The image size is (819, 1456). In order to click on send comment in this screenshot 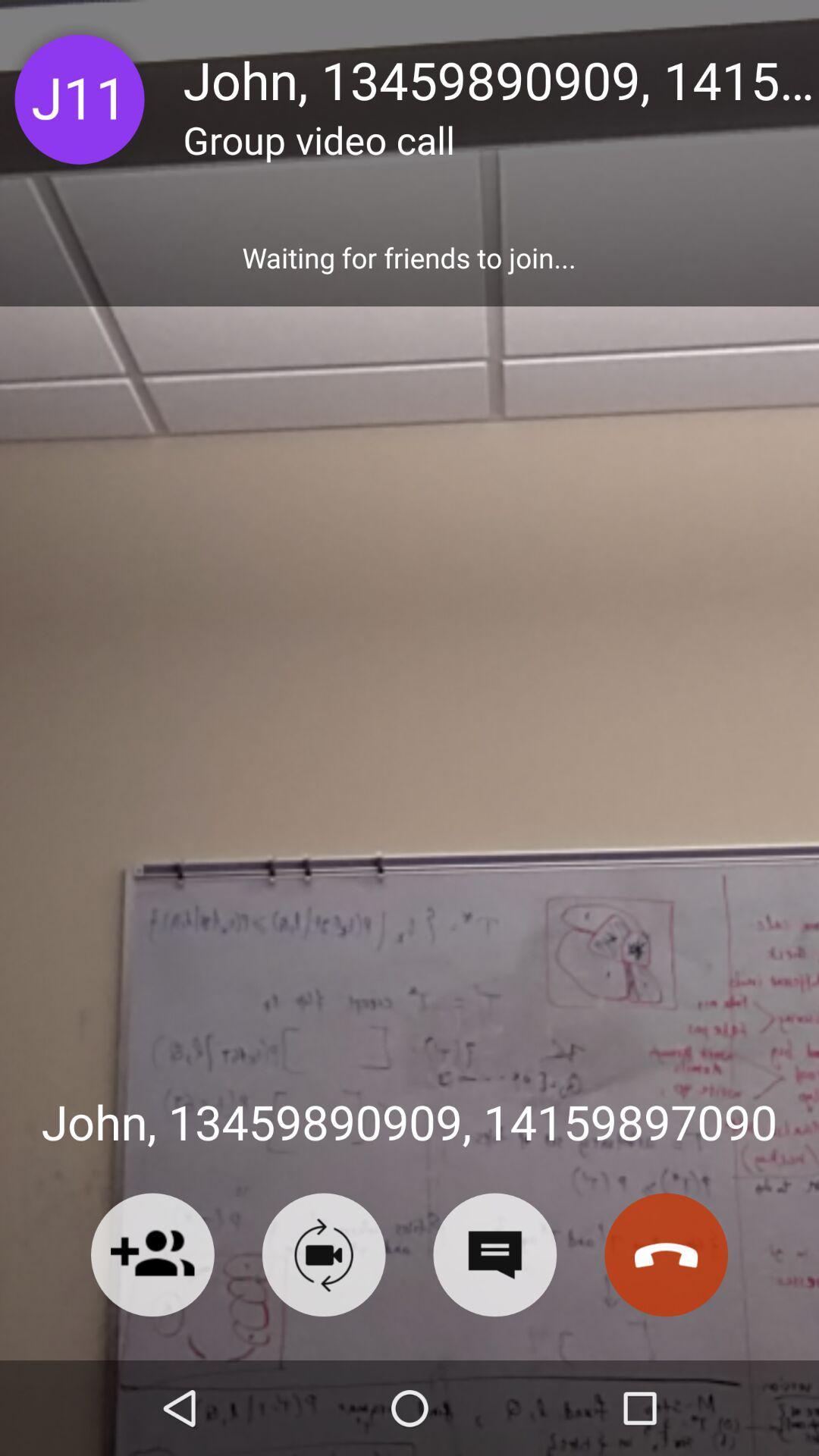, I will do `click(494, 1254)`.